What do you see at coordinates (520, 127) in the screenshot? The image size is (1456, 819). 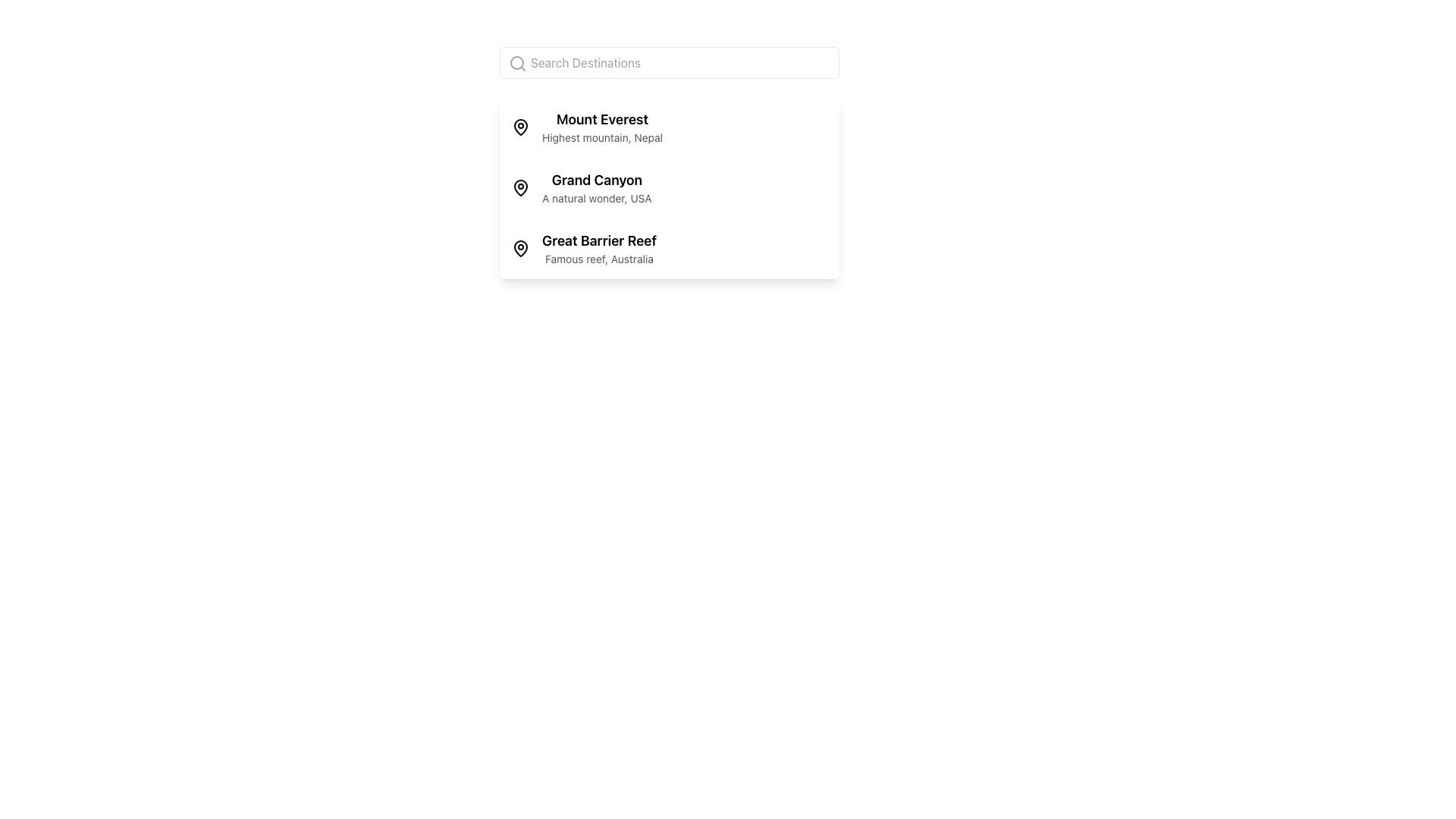 I see `the small black pin icon located to the left of the text 'Mount Everest', which is bolded, in the first entry of the vertical list of destinations` at bounding box center [520, 127].